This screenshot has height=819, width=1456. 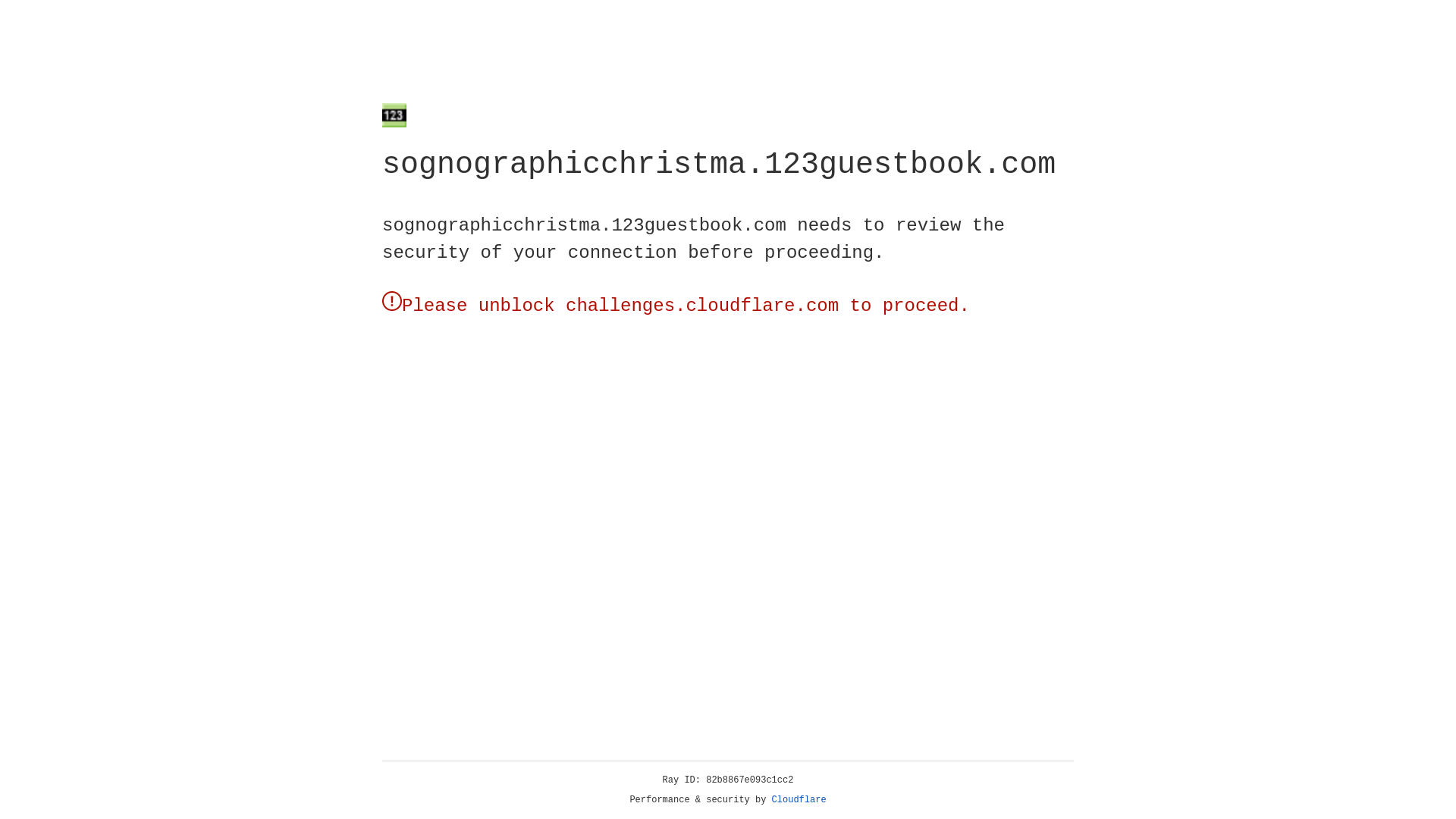 What do you see at coordinates (799, 799) in the screenshot?
I see `'Cloudflare'` at bounding box center [799, 799].